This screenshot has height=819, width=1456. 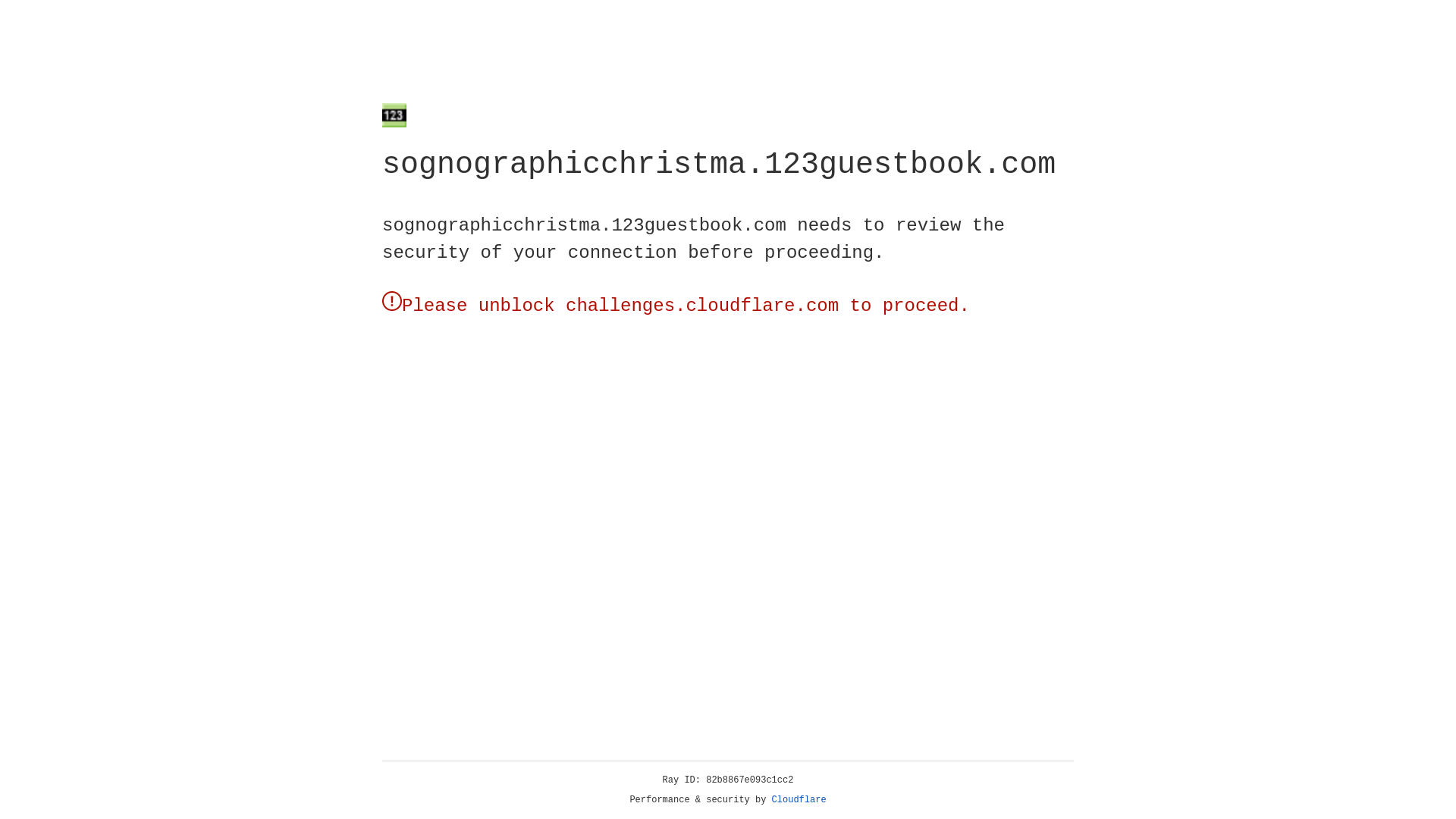 What do you see at coordinates (799, 799) in the screenshot?
I see `'Cloudflare'` at bounding box center [799, 799].